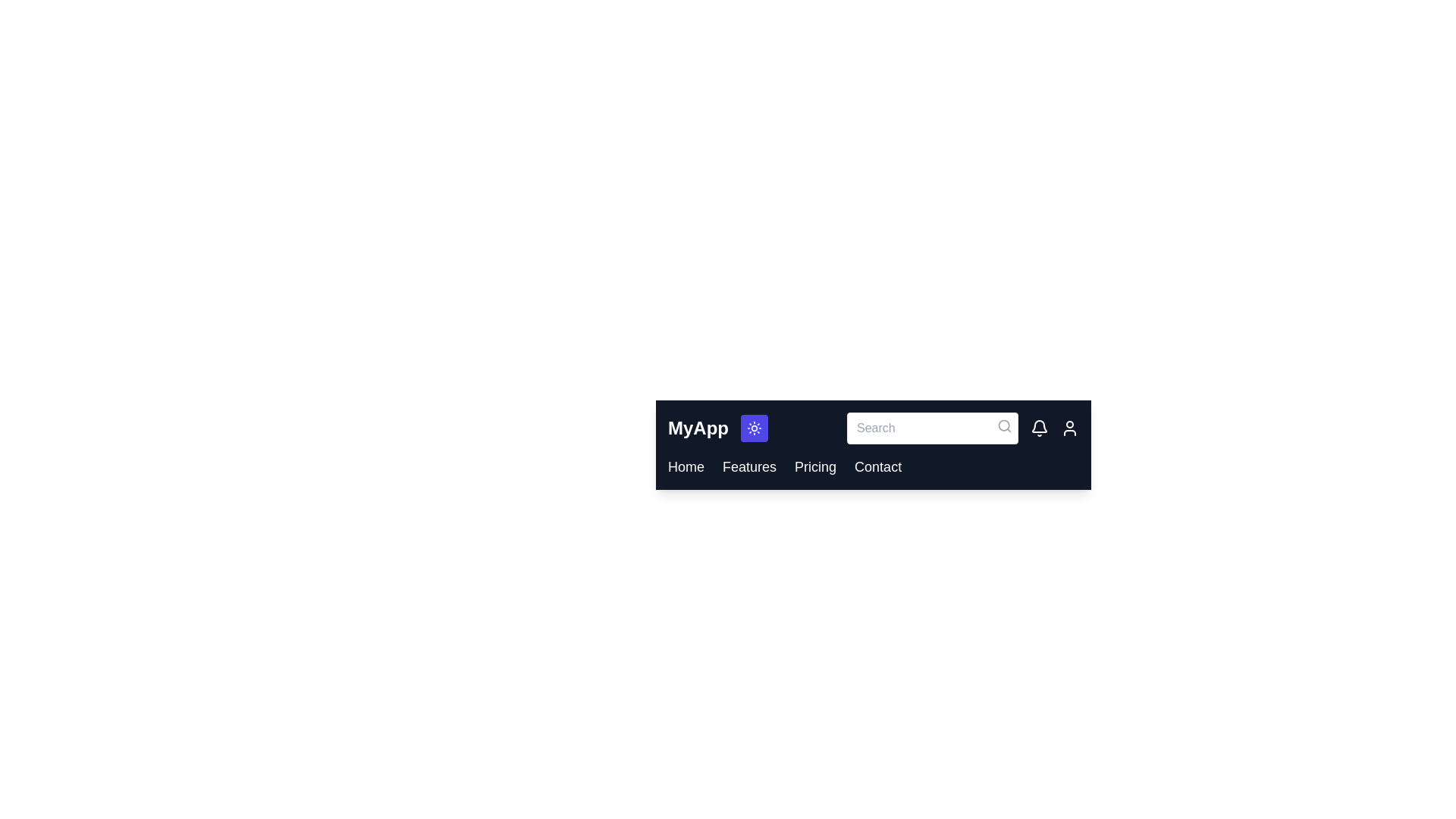  Describe the element at coordinates (1039, 428) in the screenshot. I see `the notification bell icon` at that location.